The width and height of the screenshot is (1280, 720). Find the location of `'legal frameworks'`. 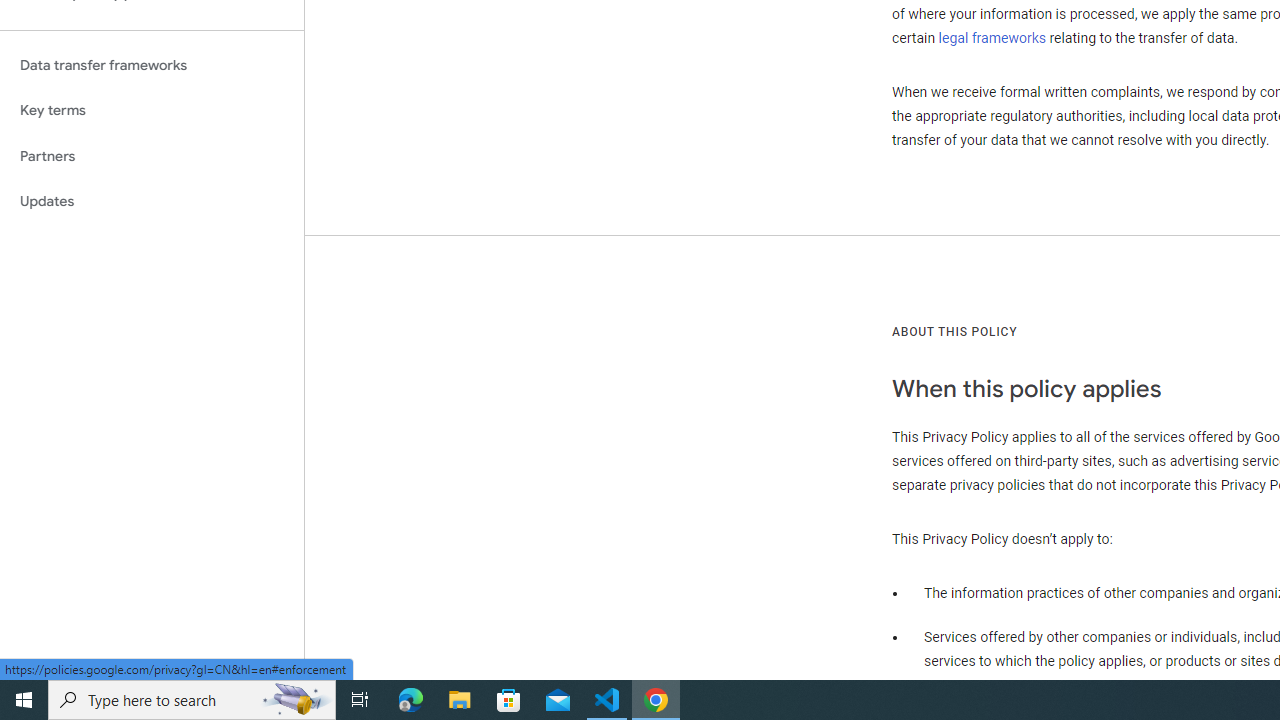

'legal frameworks' is located at coordinates (992, 37).